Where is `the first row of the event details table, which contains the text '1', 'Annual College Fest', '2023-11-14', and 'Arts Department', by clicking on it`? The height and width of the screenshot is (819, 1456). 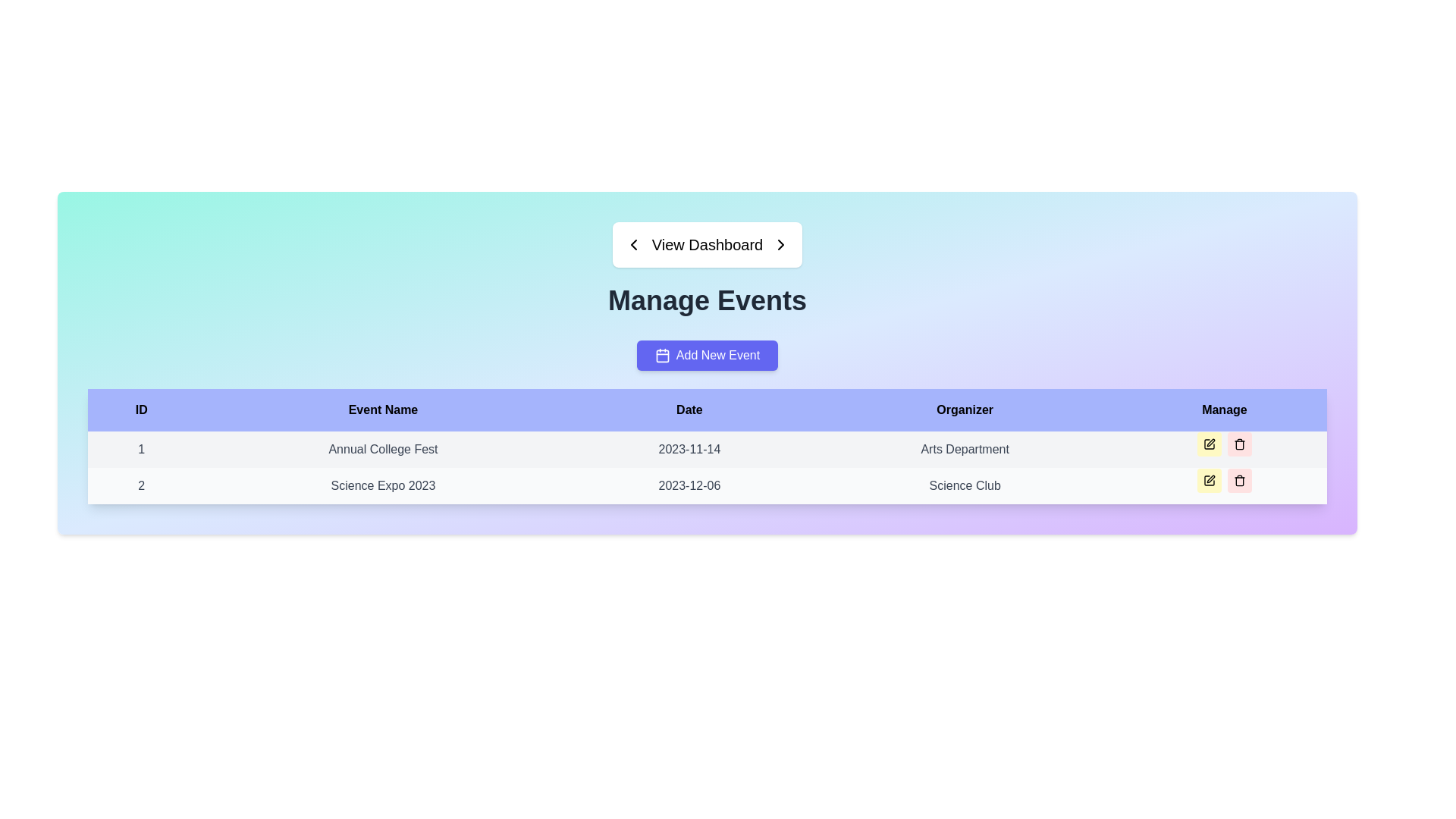 the first row of the event details table, which contains the text '1', 'Annual College Fest', '2023-11-14', and 'Arts Department', by clicking on it is located at coordinates (706, 449).